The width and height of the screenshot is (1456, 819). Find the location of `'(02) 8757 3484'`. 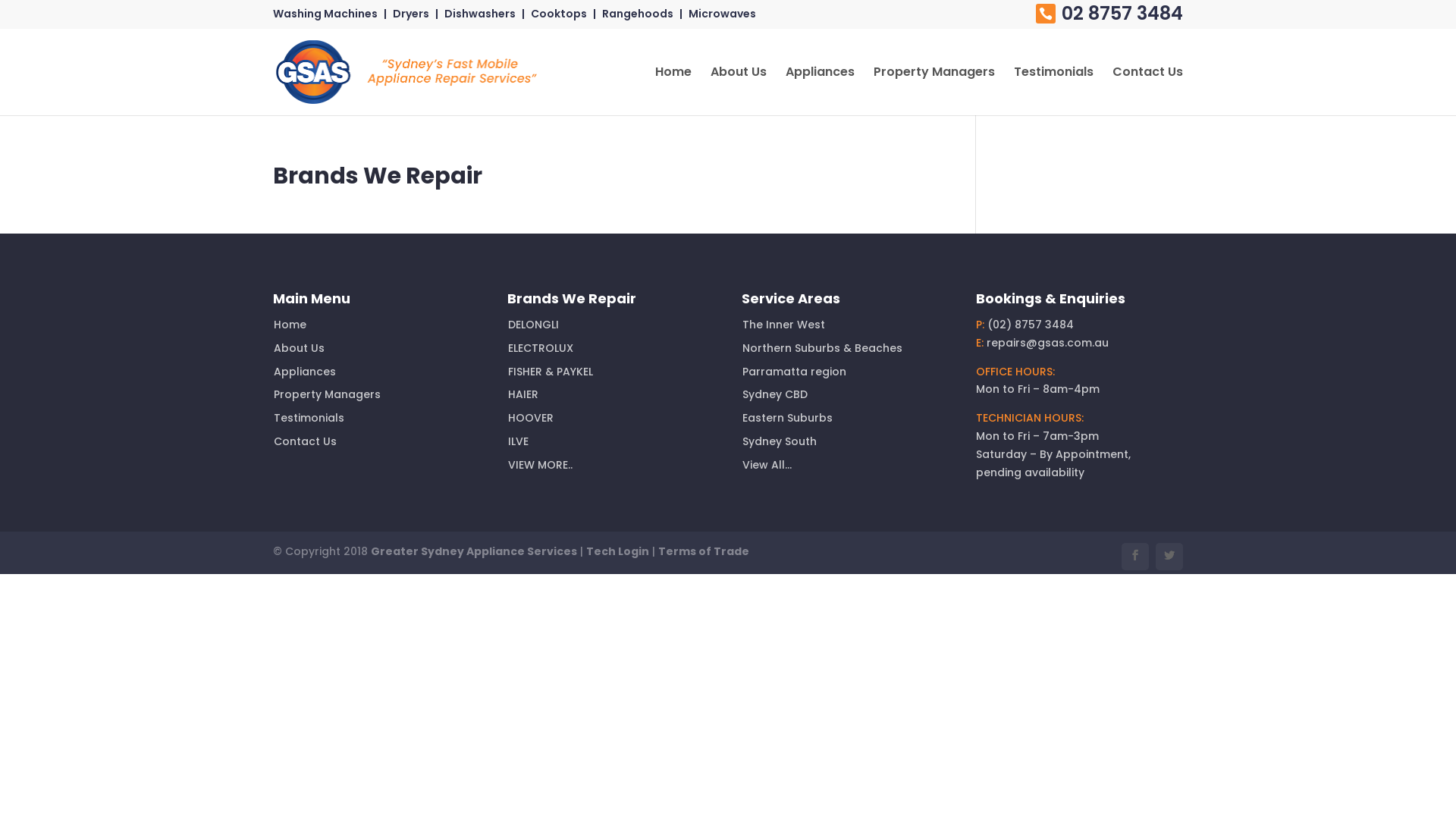

'(02) 8757 3484' is located at coordinates (1030, 324).